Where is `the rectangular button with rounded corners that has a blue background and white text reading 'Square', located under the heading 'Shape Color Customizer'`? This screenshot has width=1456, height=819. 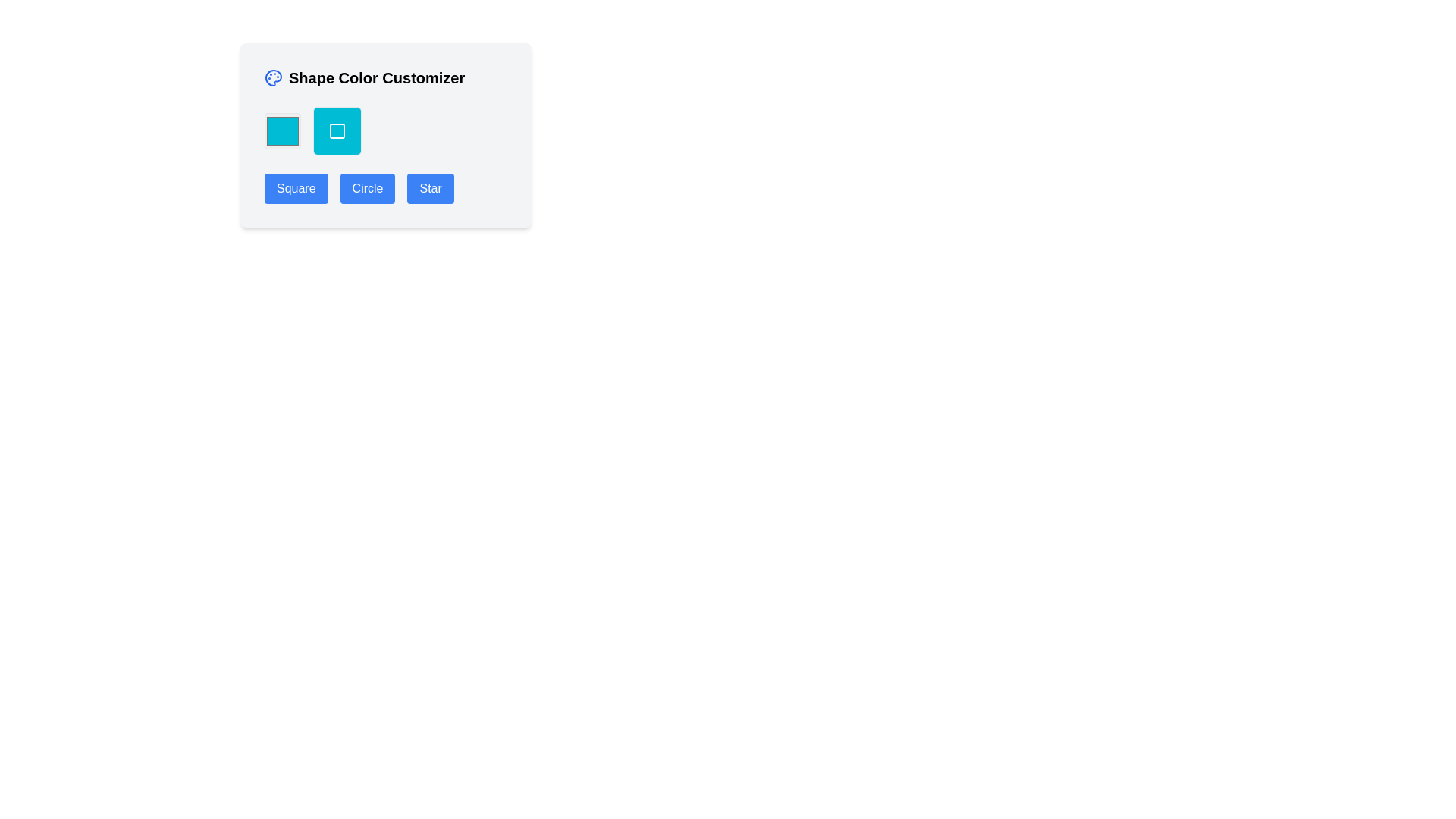 the rectangular button with rounded corners that has a blue background and white text reading 'Square', located under the heading 'Shape Color Customizer' is located at coordinates (296, 188).